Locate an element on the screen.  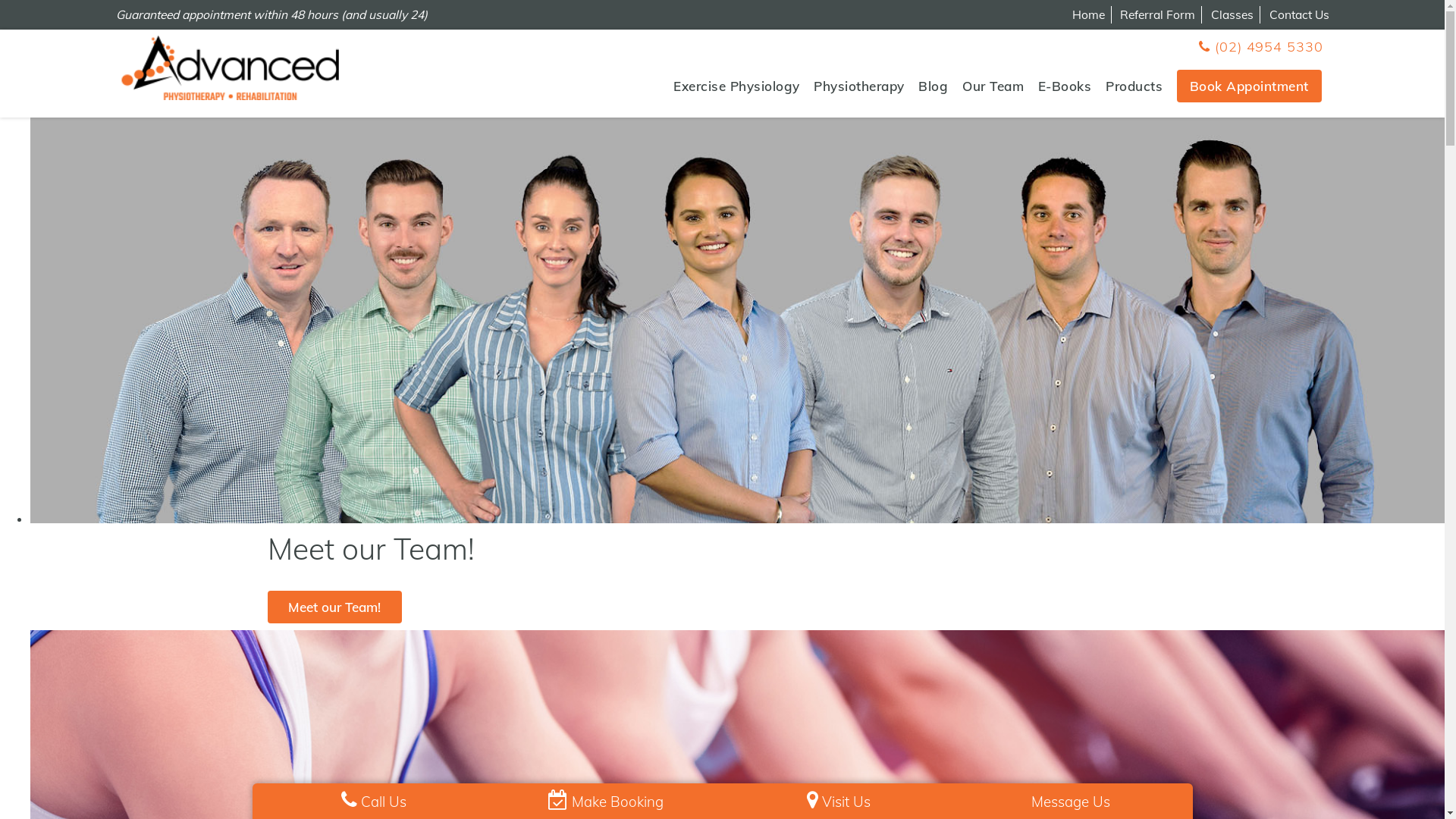
'Our Team' is located at coordinates (993, 86).